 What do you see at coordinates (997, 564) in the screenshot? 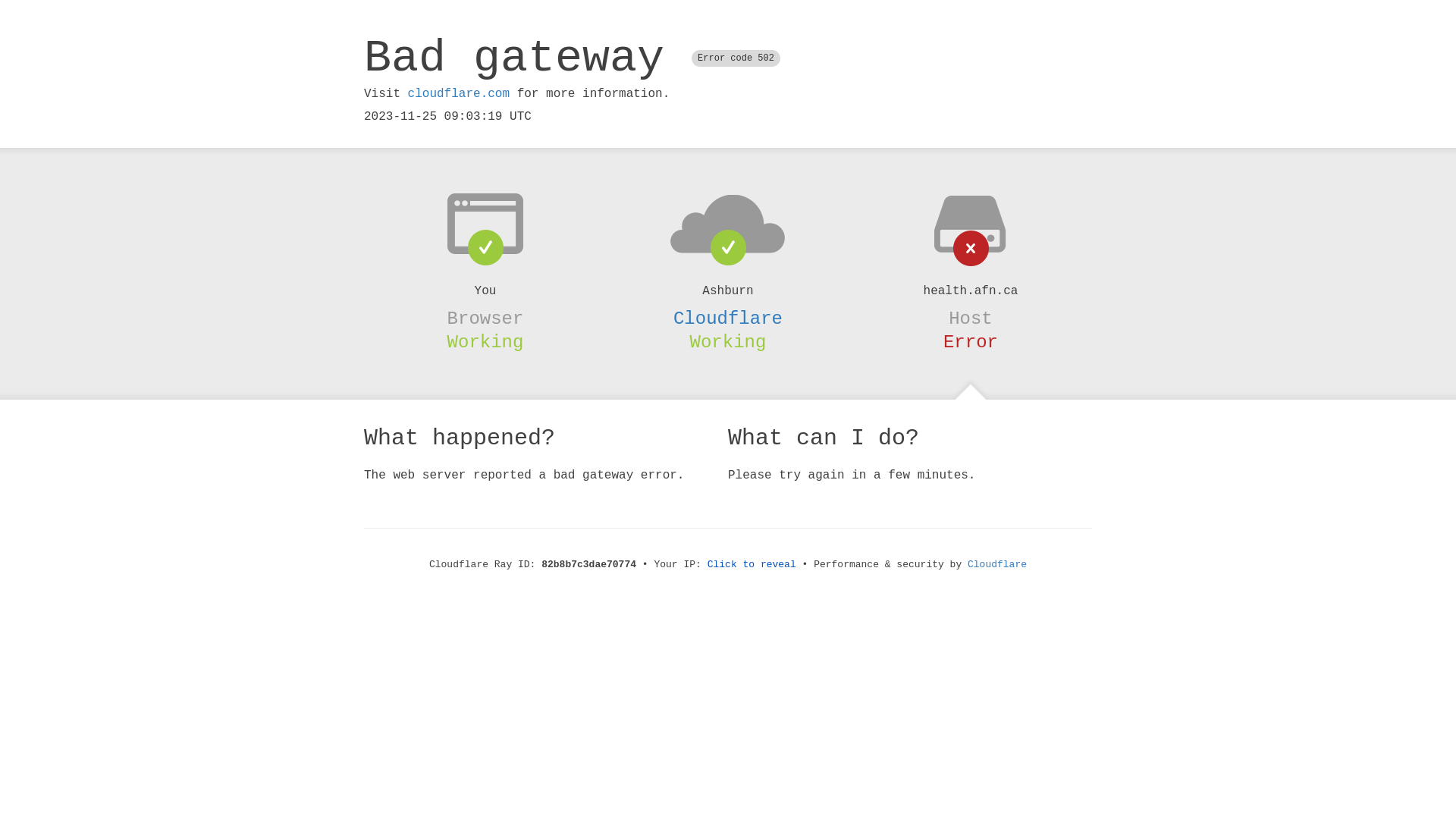
I see `'Cloudflare'` at bounding box center [997, 564].